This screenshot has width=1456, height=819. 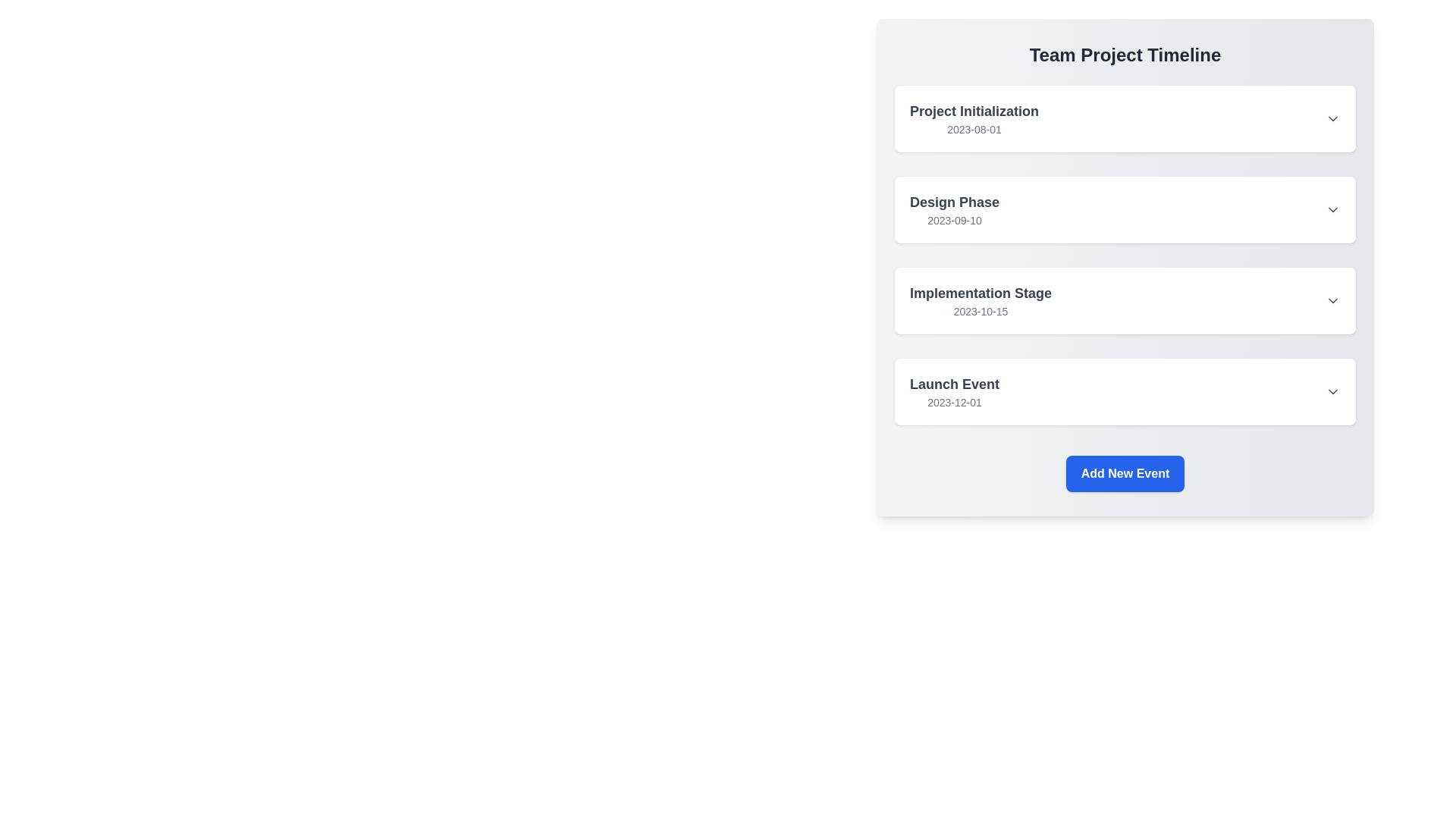 I want to click on text displayed in the Text Display (Grouped Text Element) that indicates the current timeline phase, which is styled with a larger, bold font and is located in the center-right section of the timeline interface, so click(x=981, y=301).